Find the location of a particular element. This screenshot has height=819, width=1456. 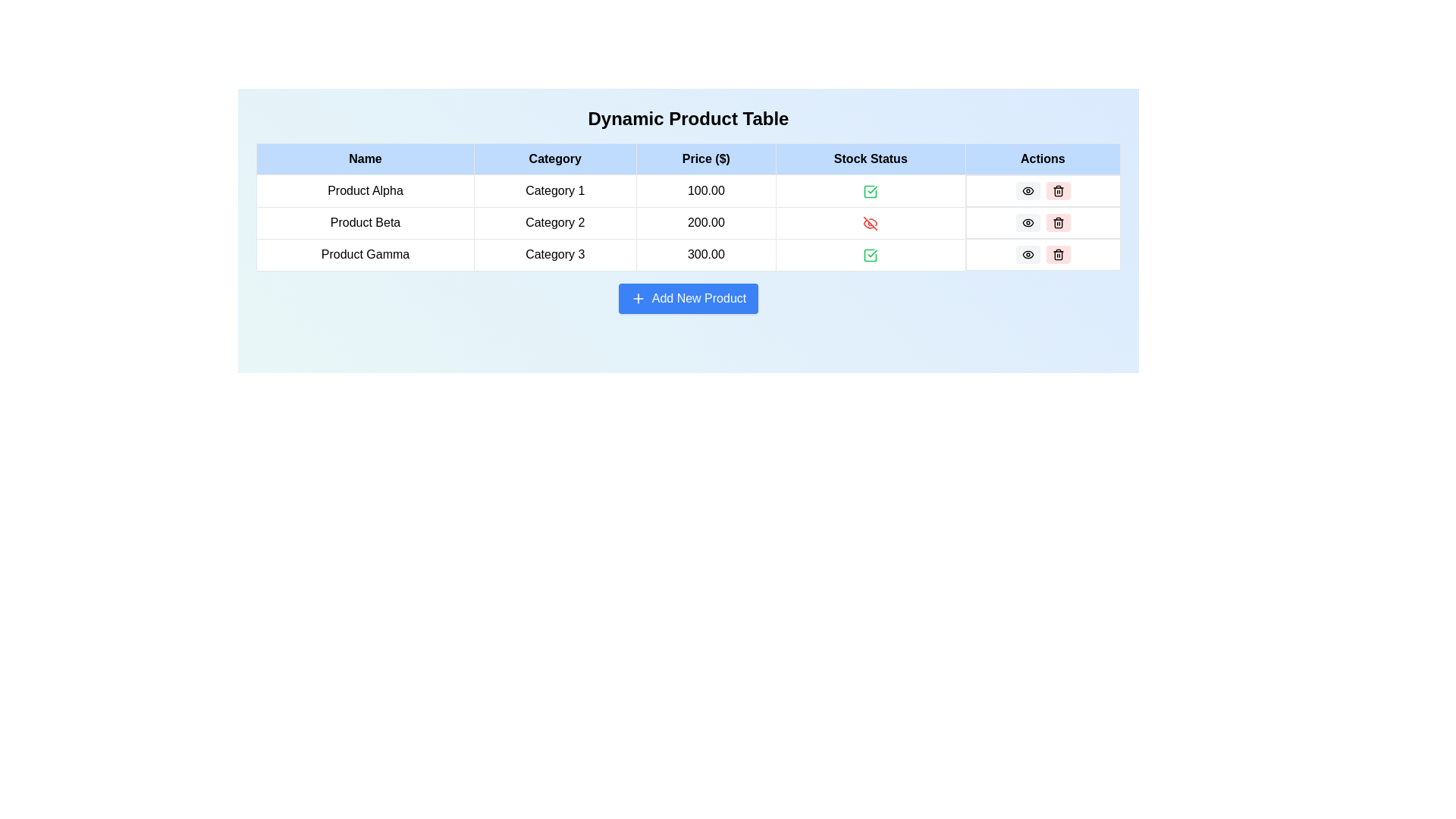

the price entry for 'Product Alpha' in the third cell of the first row of the table, which displays the price value under the 'Price ($)' column is located at coordinates (687, 190).